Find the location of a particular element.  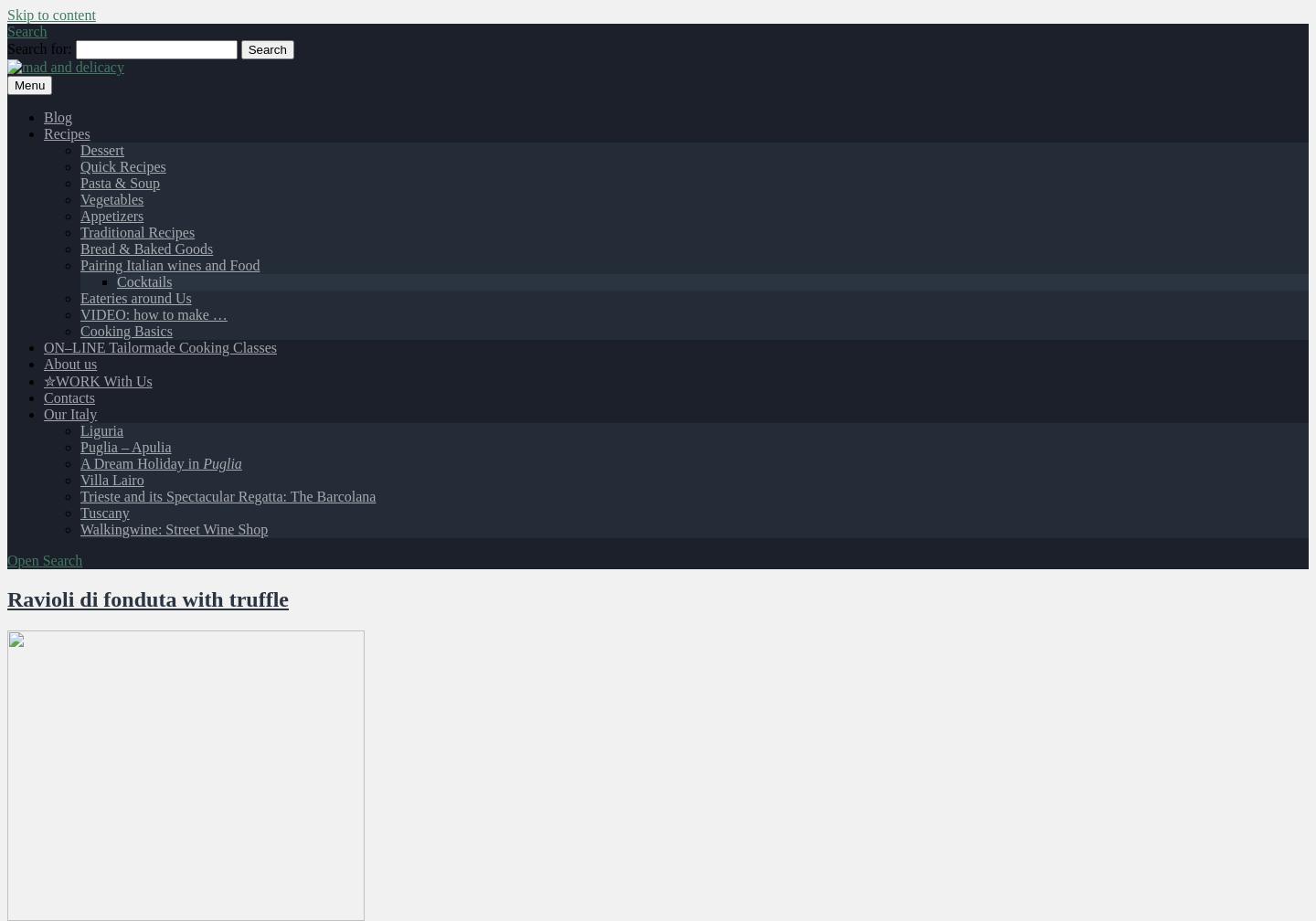

'Recipes' is located at coordinates (42, 133).